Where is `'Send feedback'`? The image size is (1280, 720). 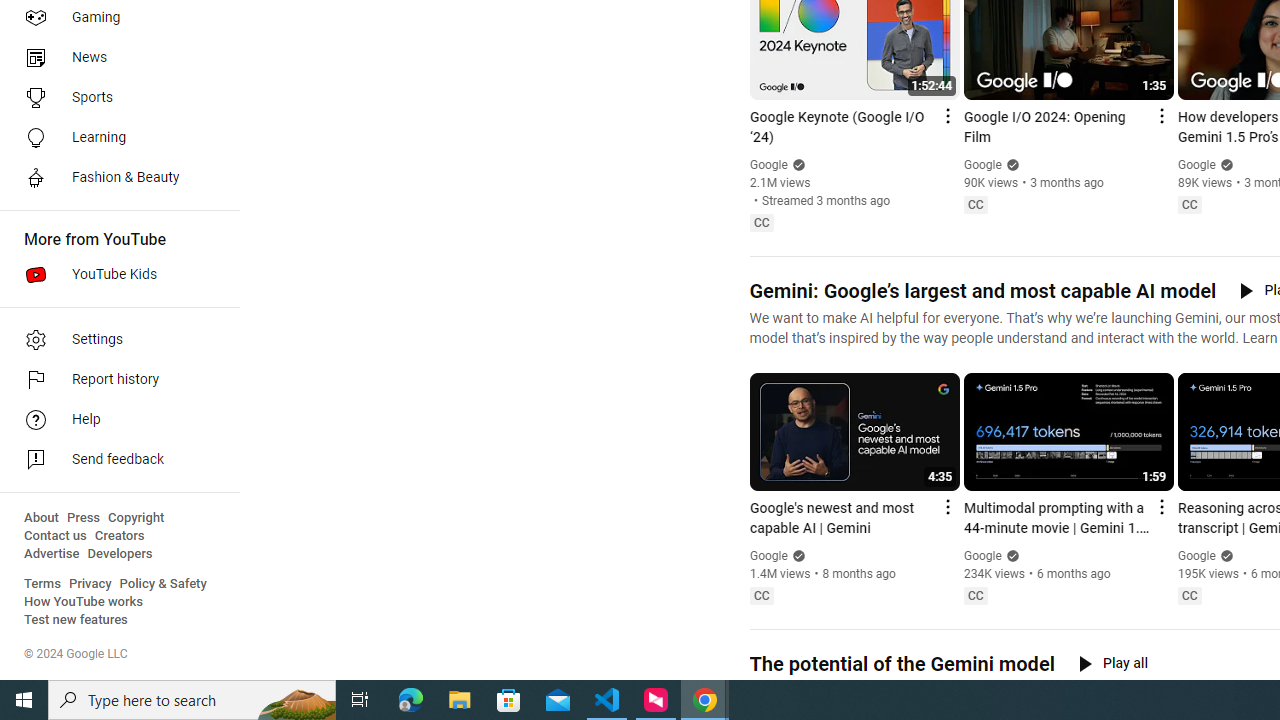
'Send feedback' is located at coordinates (112, 460).